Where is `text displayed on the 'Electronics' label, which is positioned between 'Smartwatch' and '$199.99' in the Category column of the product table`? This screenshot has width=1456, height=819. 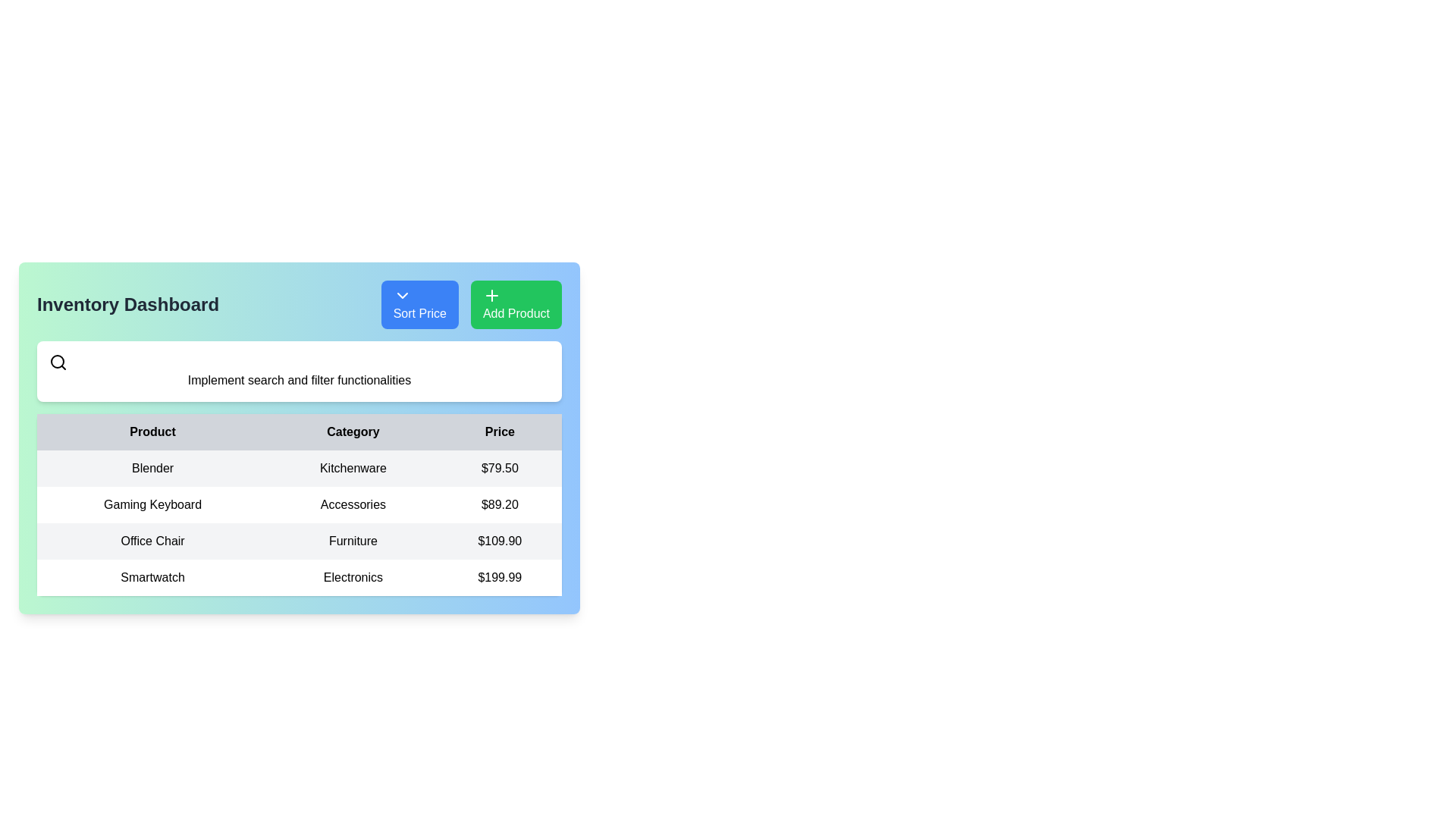
text displayed on the 'Electronics' label, which is positioned between 'Smartwatch' and '$199.99' in the Category column of the product table is located at coordinates (352, 578).